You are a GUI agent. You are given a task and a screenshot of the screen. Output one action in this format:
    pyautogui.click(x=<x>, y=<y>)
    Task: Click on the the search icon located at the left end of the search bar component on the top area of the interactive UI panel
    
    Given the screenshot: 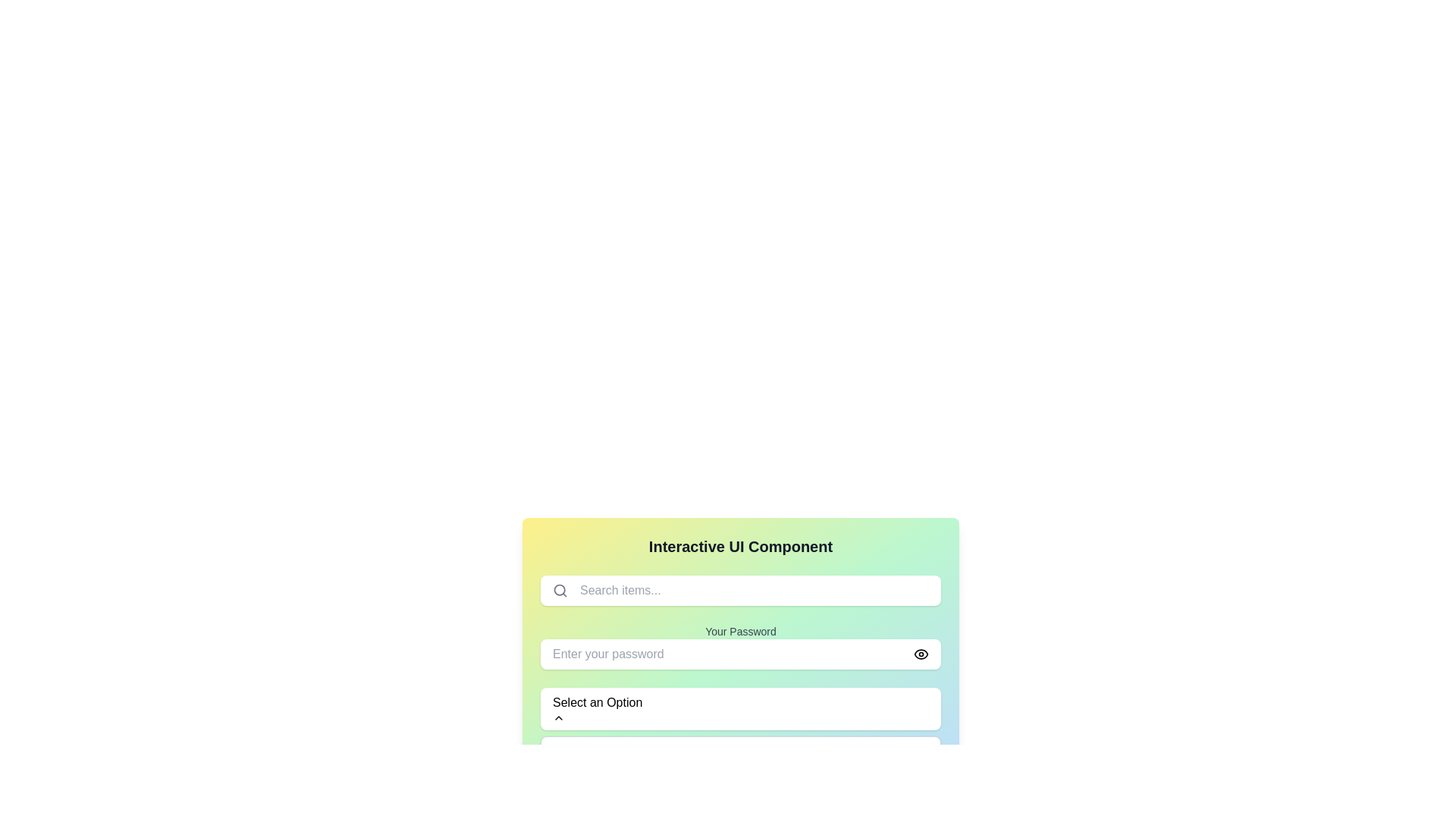 What is the action you would take?
    pyautogui.click(x=560, y=590)
    